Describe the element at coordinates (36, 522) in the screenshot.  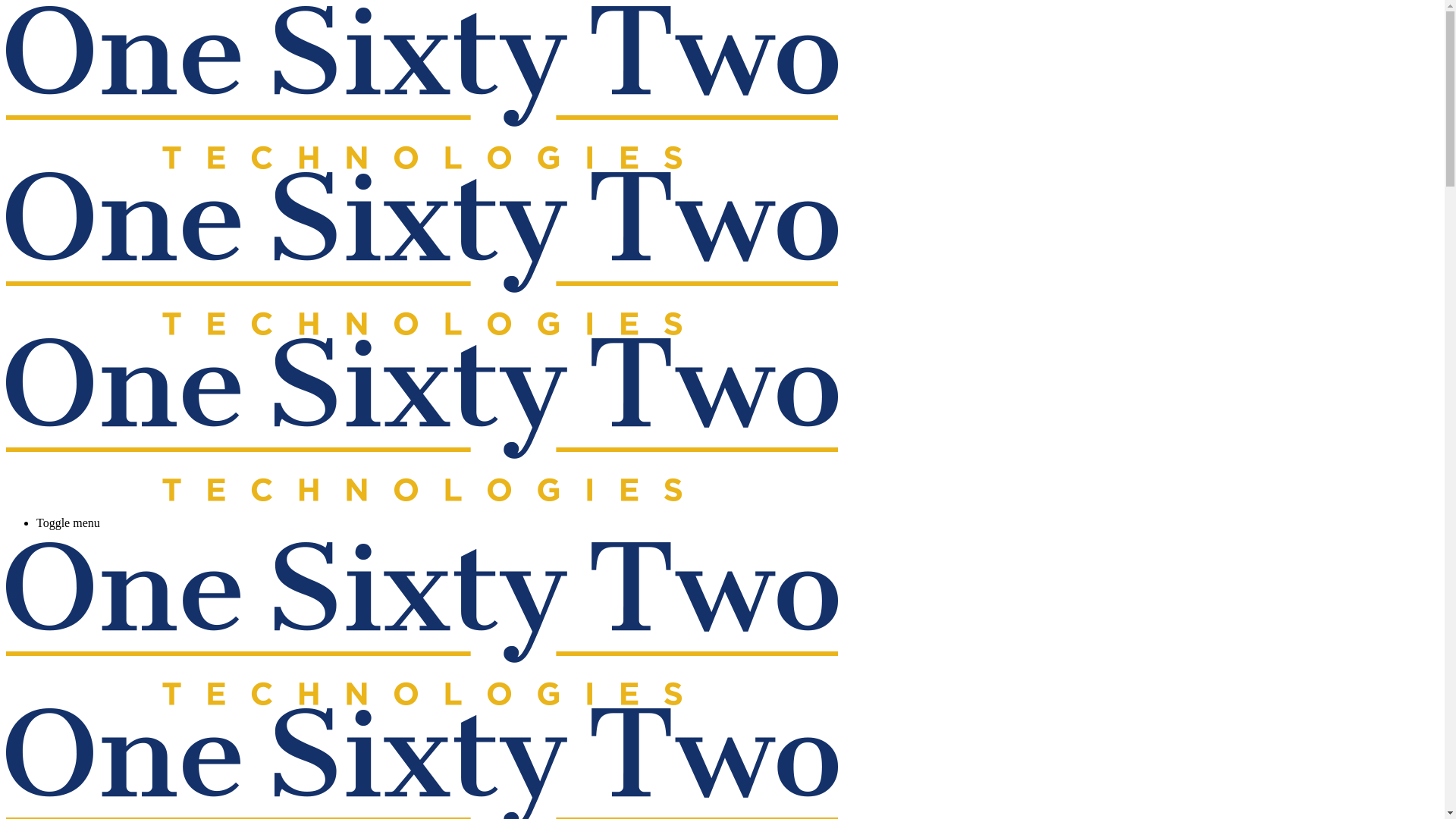
I see `'Toggle menu'` at that location.